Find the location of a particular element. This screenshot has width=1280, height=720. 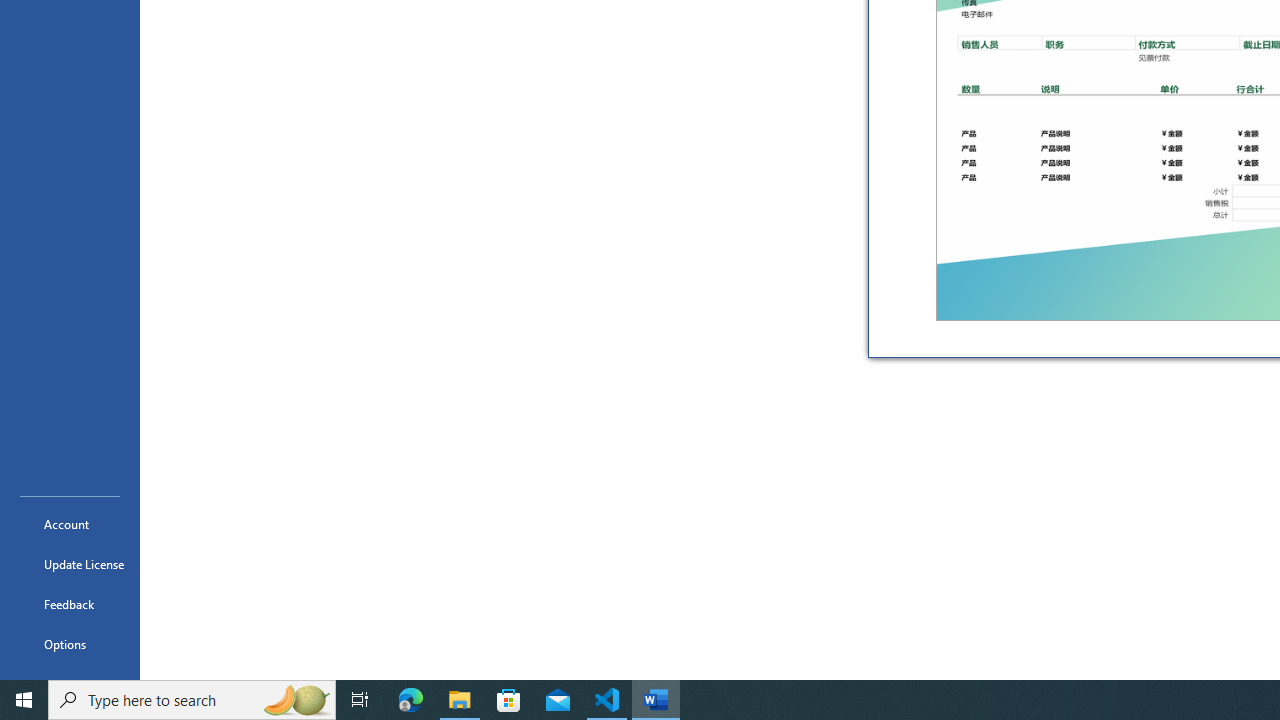

'Account' is located at coordinates (69, 523).